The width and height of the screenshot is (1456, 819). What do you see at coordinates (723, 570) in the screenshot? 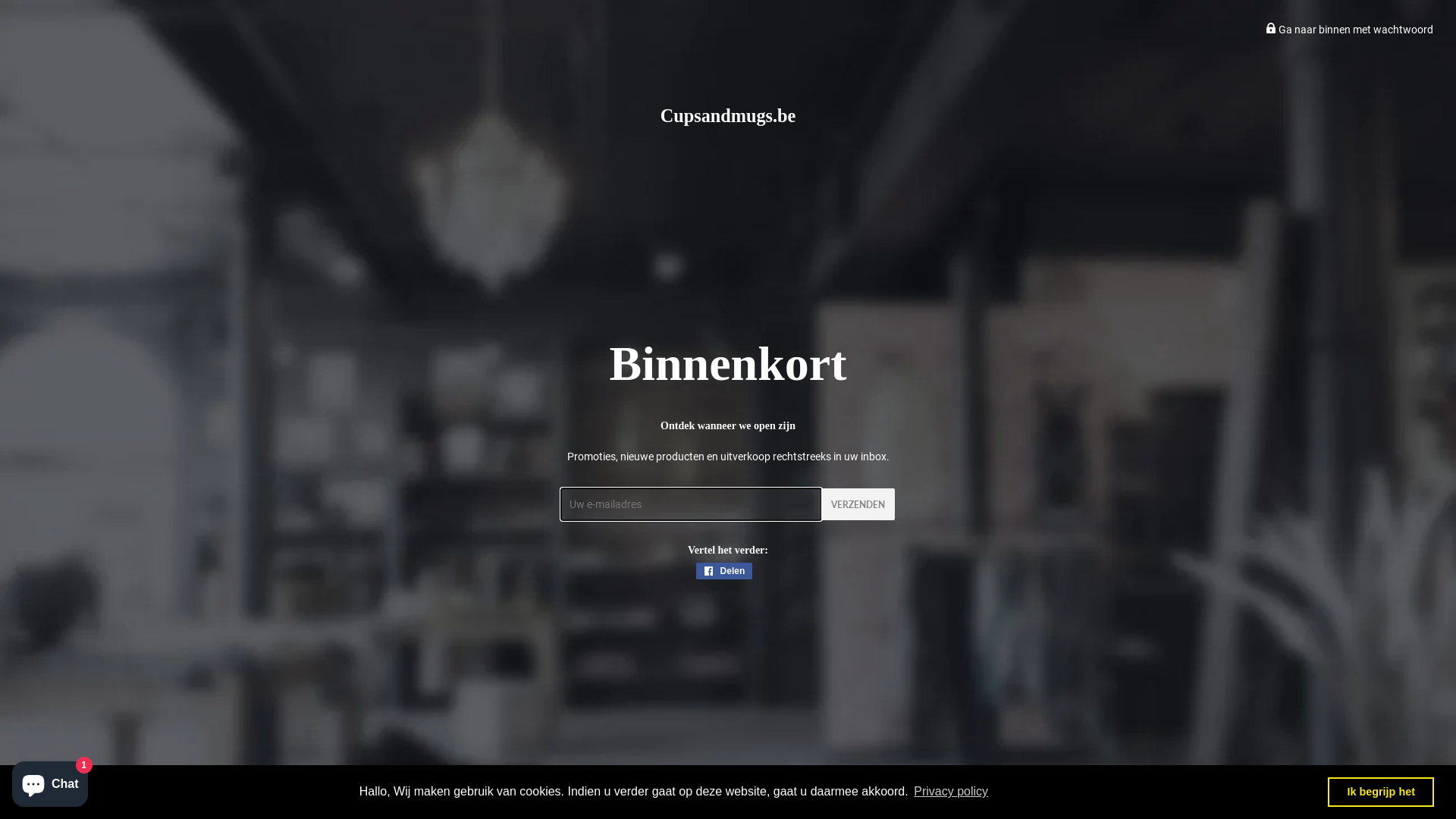
I see `'Delen` at bounding box center [723, 570].